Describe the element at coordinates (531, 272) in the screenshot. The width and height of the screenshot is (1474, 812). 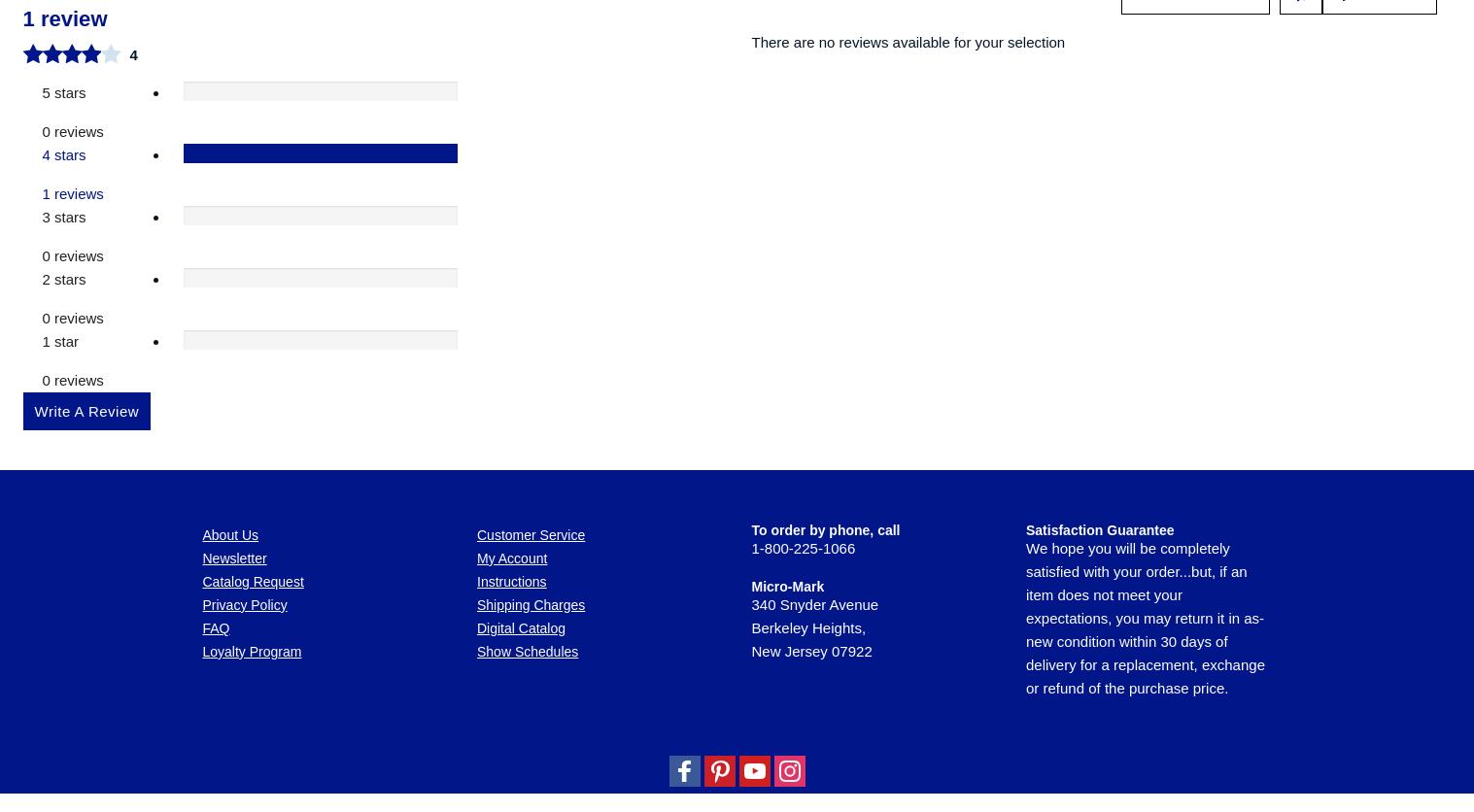
I see `'Shipping Charges'` at that location.